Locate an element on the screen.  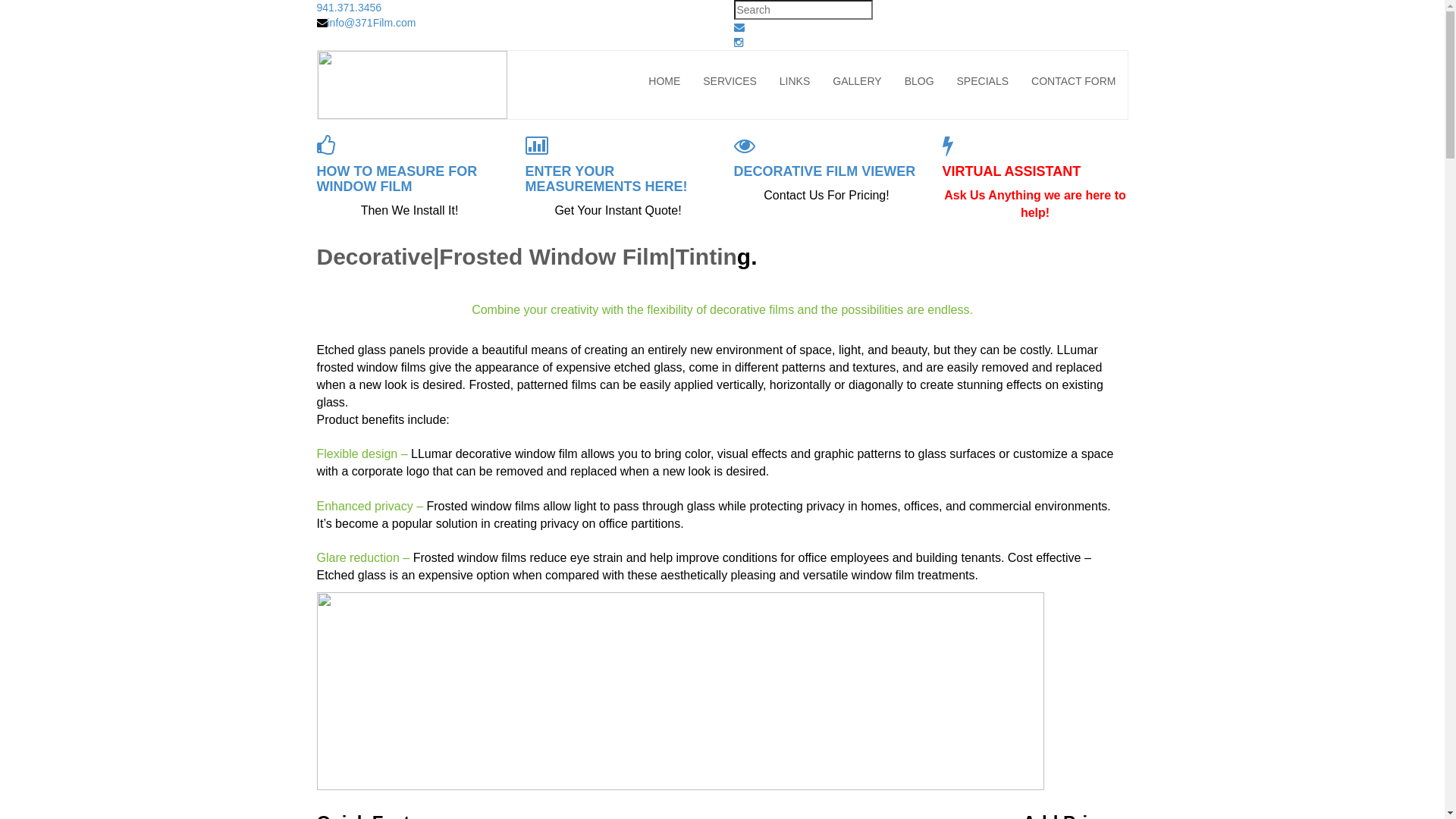
'BLOG' is located at coordinates (893, 81).